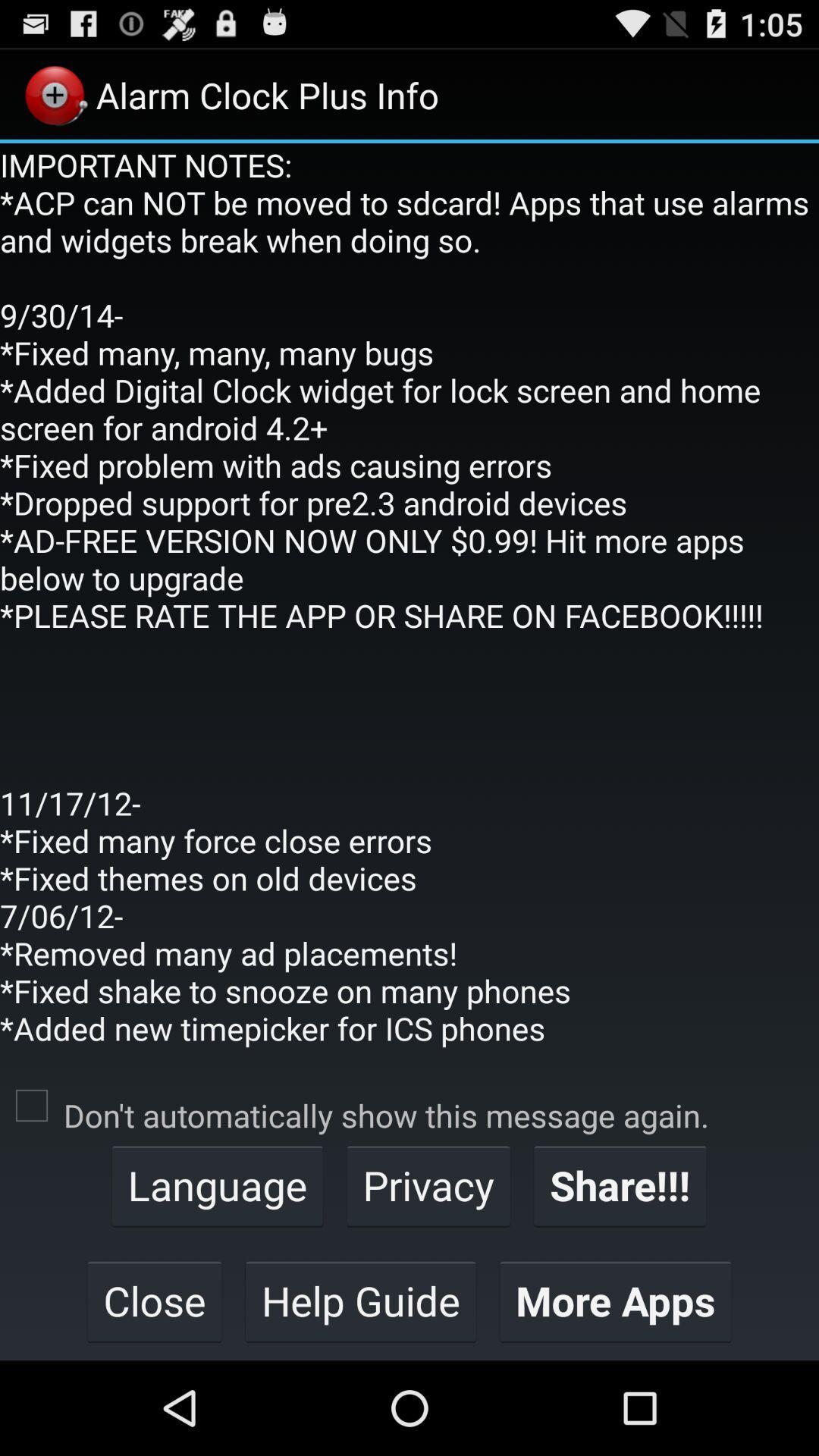 This screenshot has width=819, height=1456. What do you see at coordinates (32, 1106) in the screenshot?
I see `app below the important notes acp` at bounding box center [32, 1106].